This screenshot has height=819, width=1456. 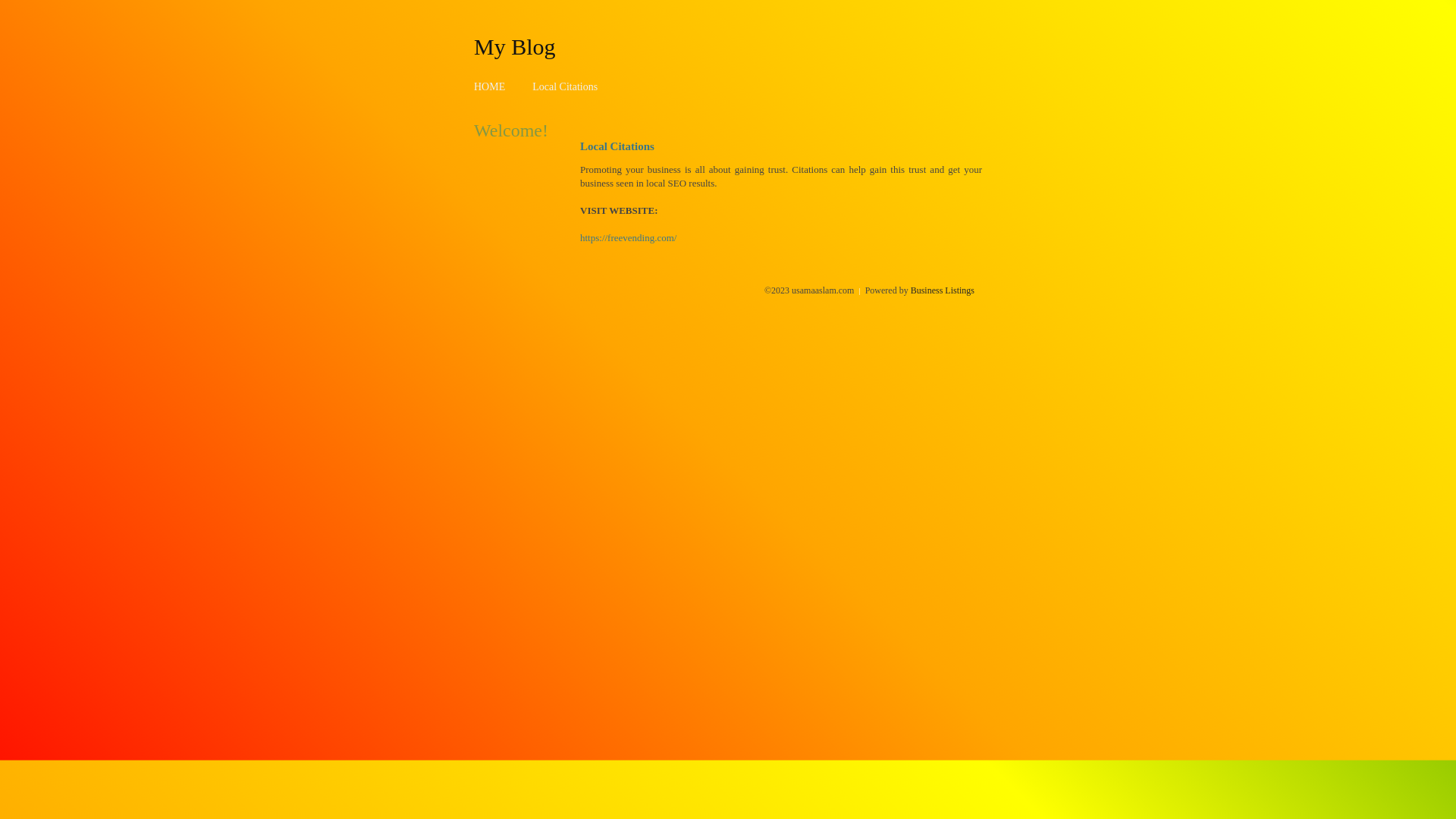 What do you see at coordinates (514, 45) in the screenshot?
I see `'My Blog'` at bounding box center [514, 45].